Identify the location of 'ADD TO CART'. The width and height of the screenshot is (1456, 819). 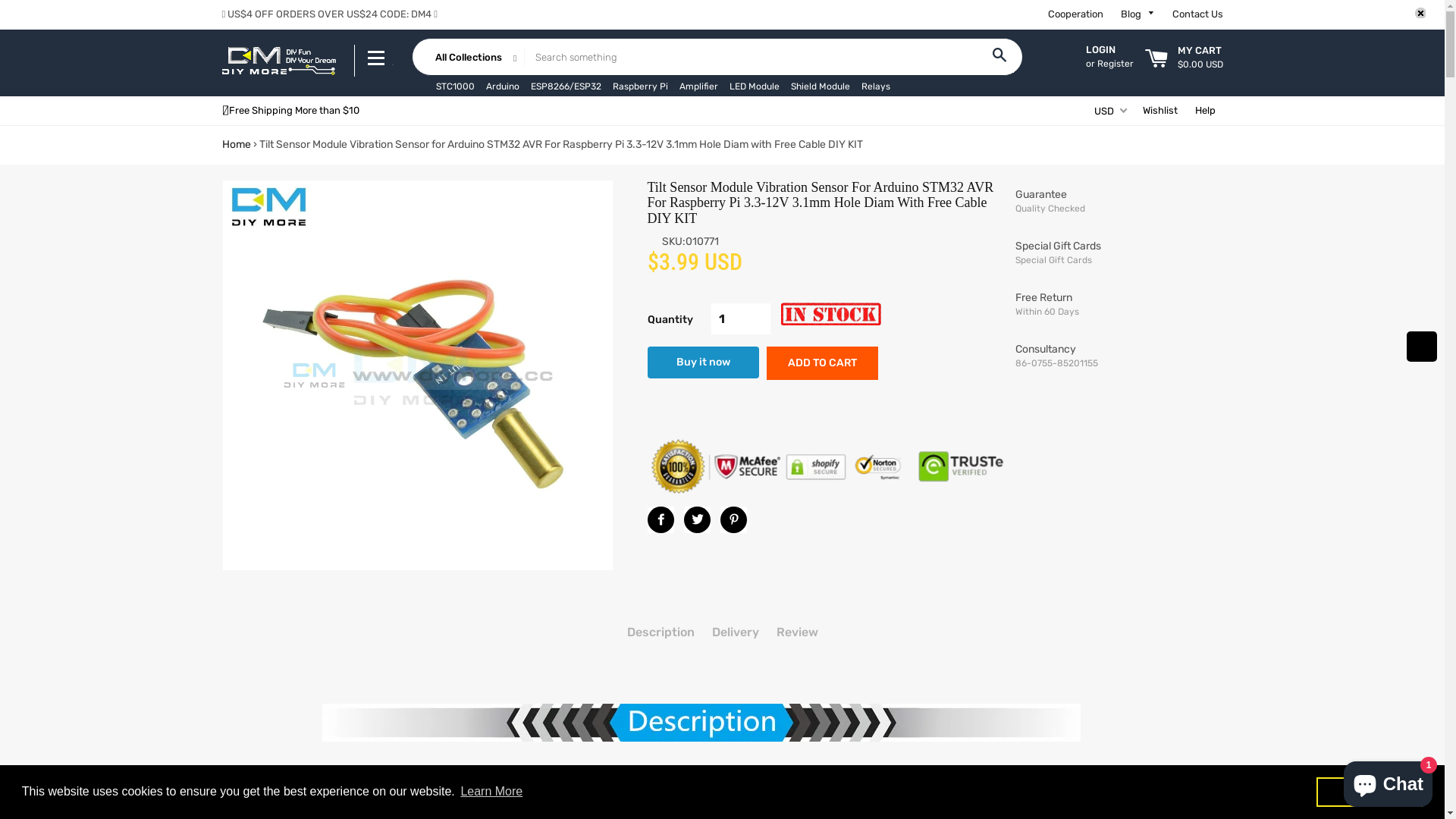
(821, 362).